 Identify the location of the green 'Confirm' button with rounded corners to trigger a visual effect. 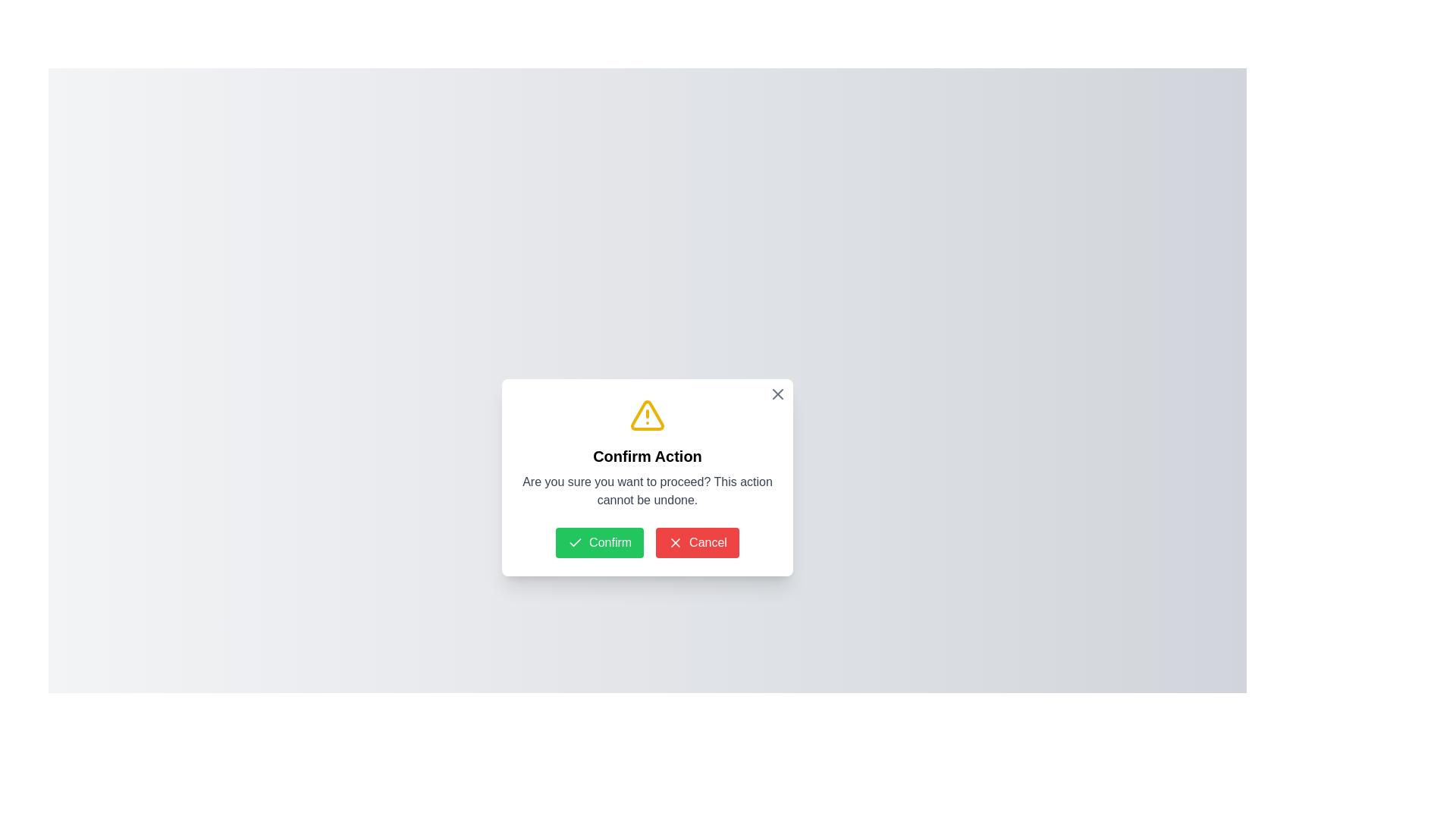
(599, 542).